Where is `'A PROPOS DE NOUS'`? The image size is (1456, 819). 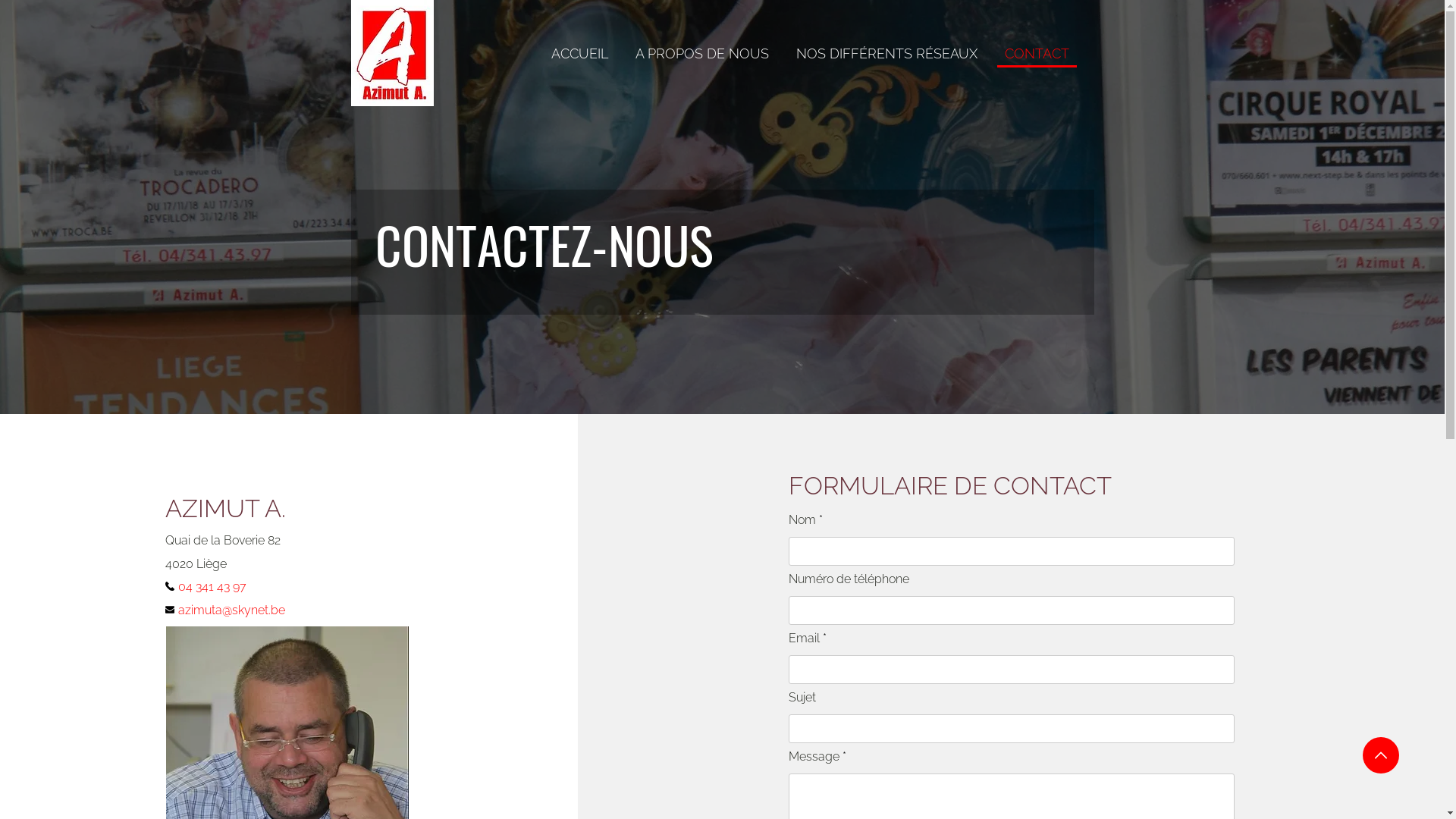
'A PROPOS DE NOUS' is located at coordinates (701, 54).